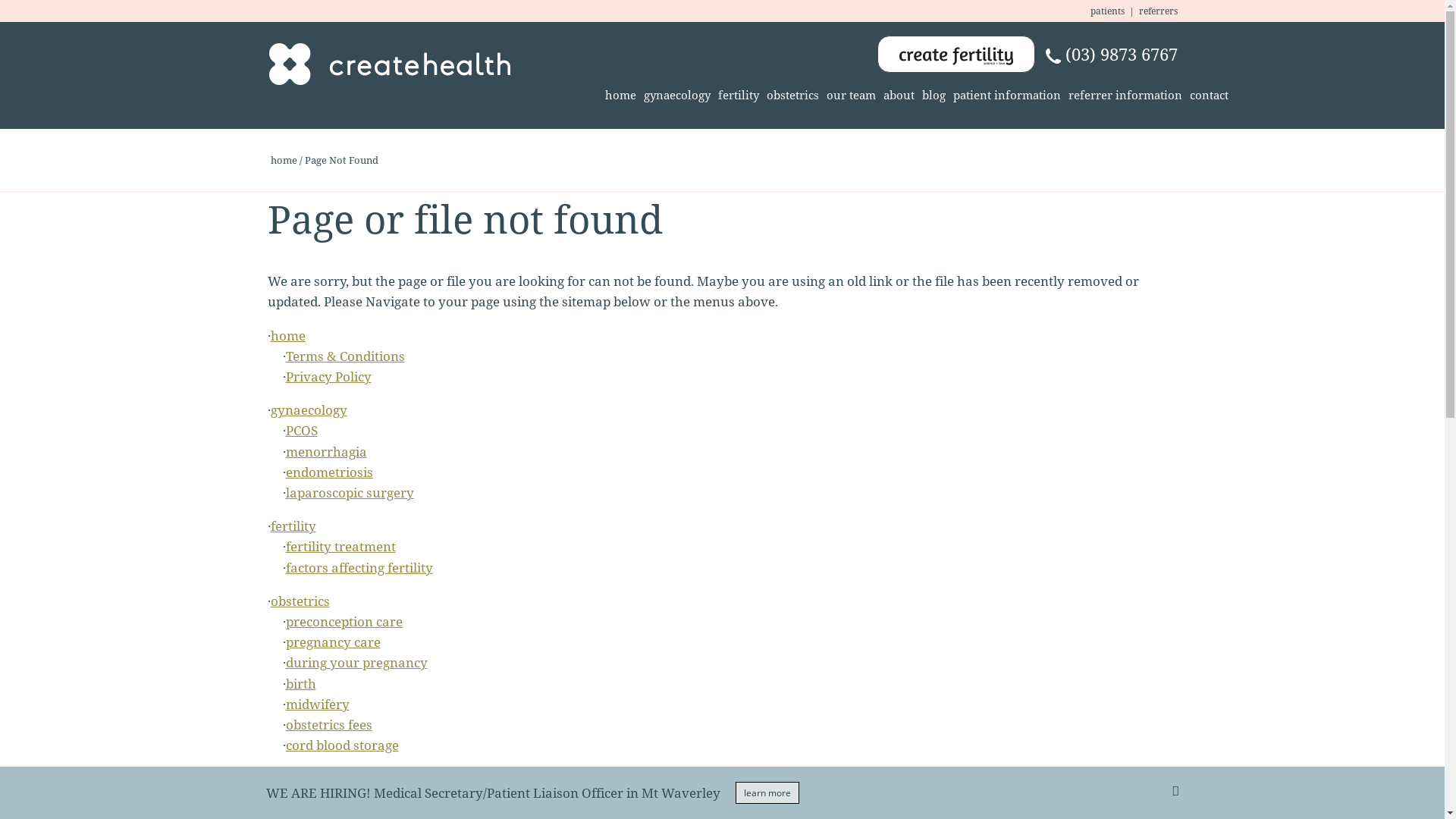 This screenshot has width=1456, height=819. Describe the element at coordinates (916, 96) in the screenshot. I see `'blog'` at that location.